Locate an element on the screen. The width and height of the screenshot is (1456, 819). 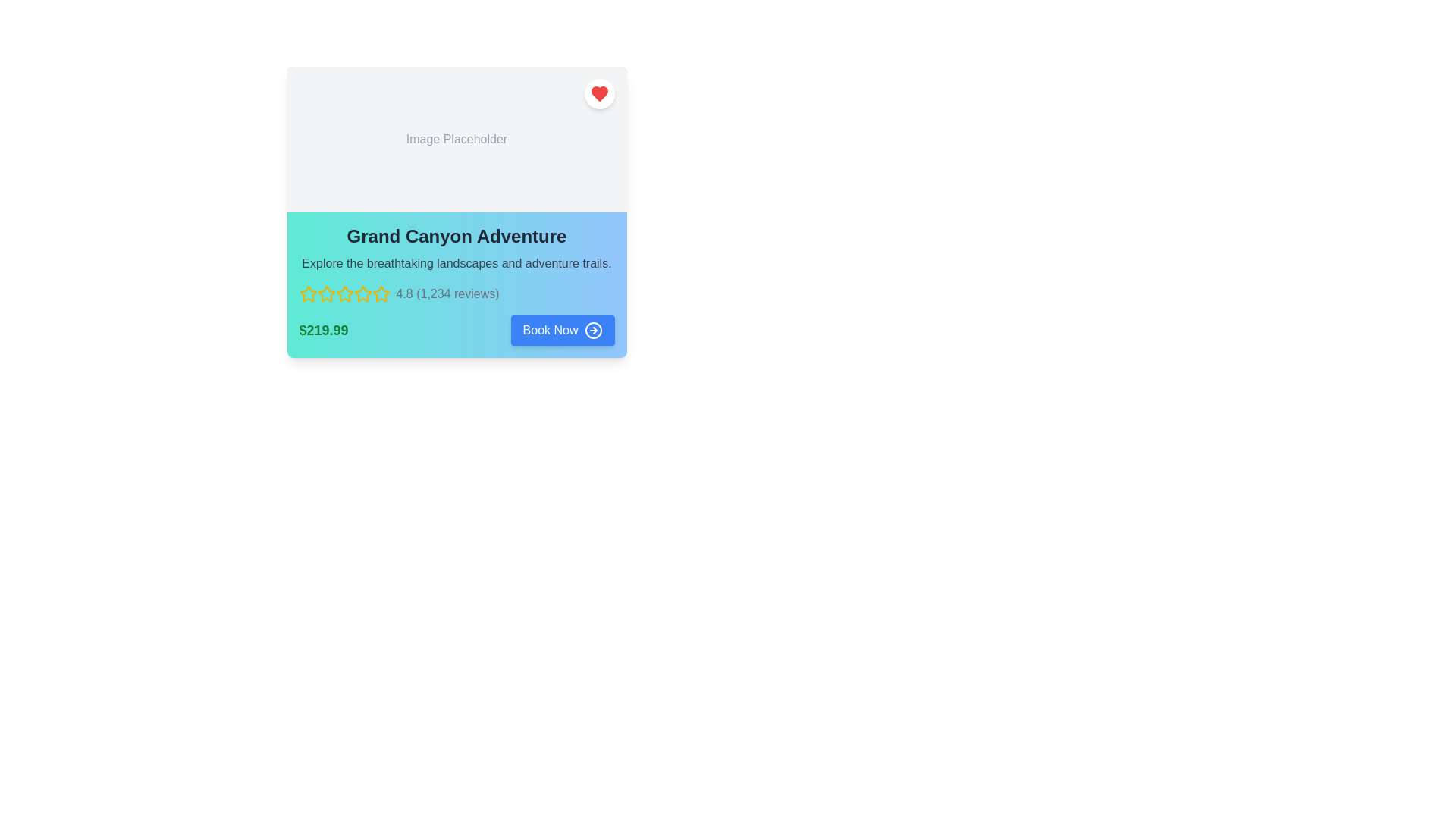
the fourth star-shaped icon in the star rating system, which visually communicates a rating value is located at coordinates (344, 294).